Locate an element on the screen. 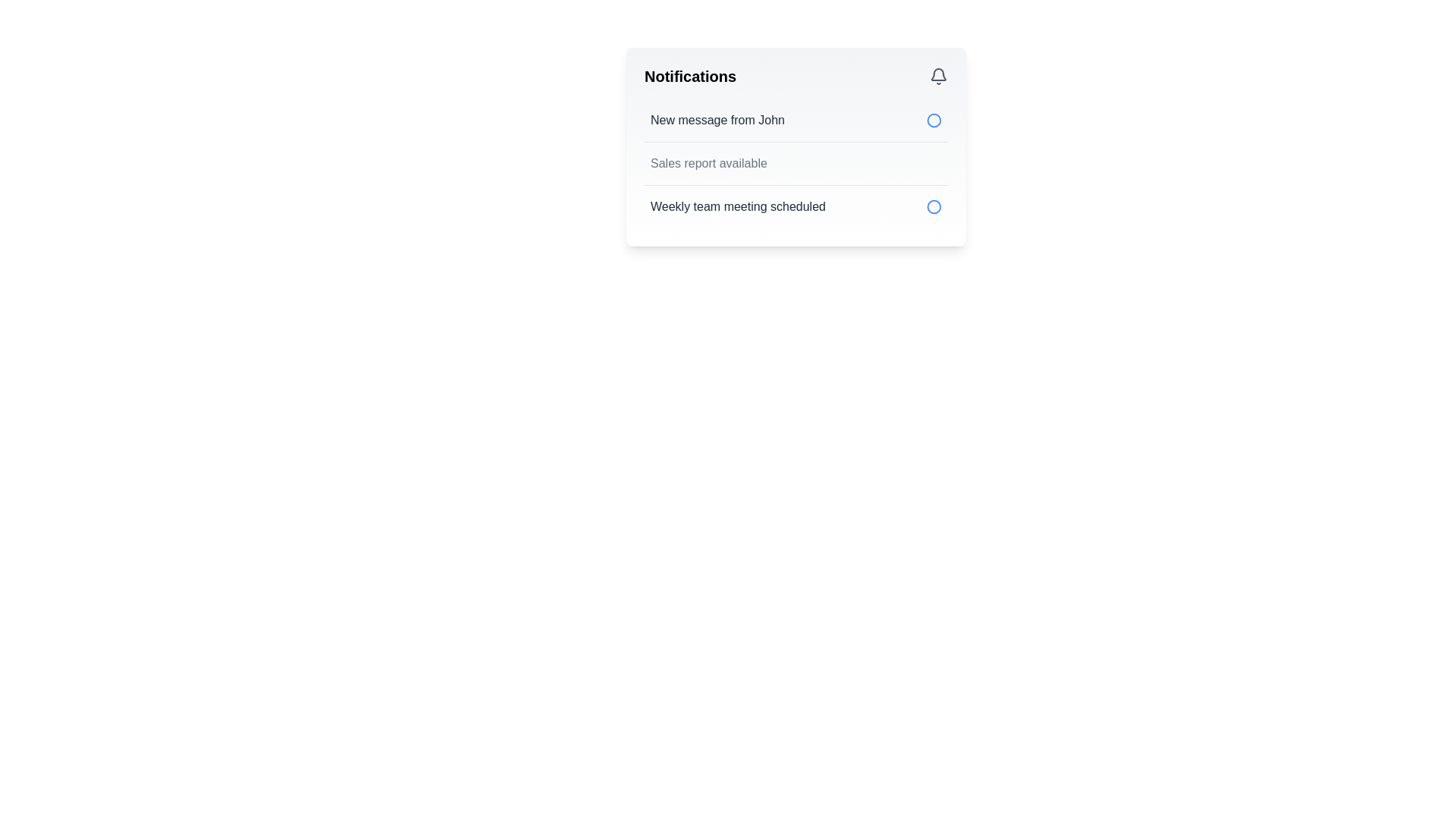 Image resolution: width=1456 pixels, height=819 pixels. the circular icon with a blue border located to the right of the text 'New message from John' to mark the notification as read is located at coordinates (934, 119).